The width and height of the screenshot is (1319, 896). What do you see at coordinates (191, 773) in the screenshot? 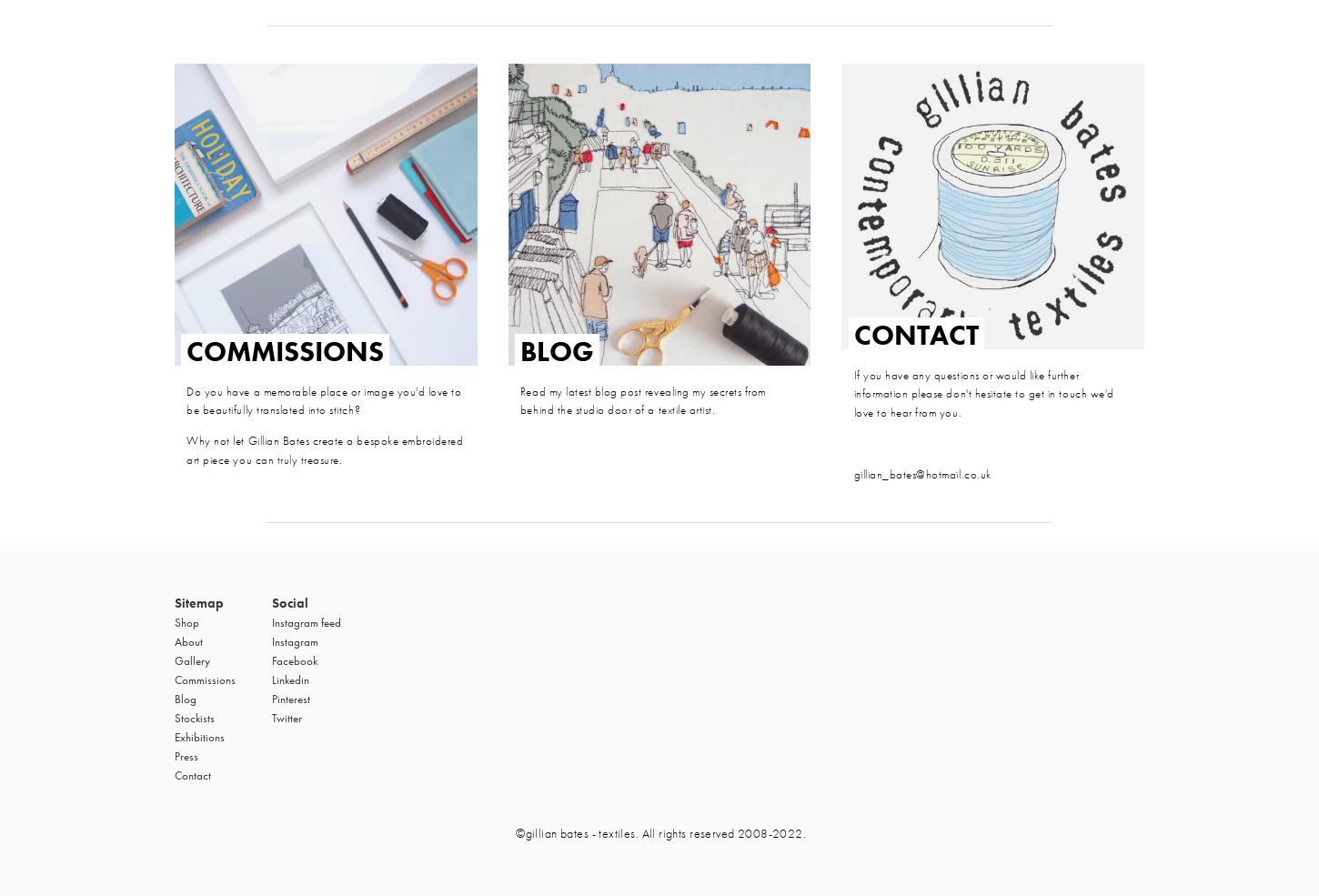
I see `'Contact'` at bounding box center [191, 773].